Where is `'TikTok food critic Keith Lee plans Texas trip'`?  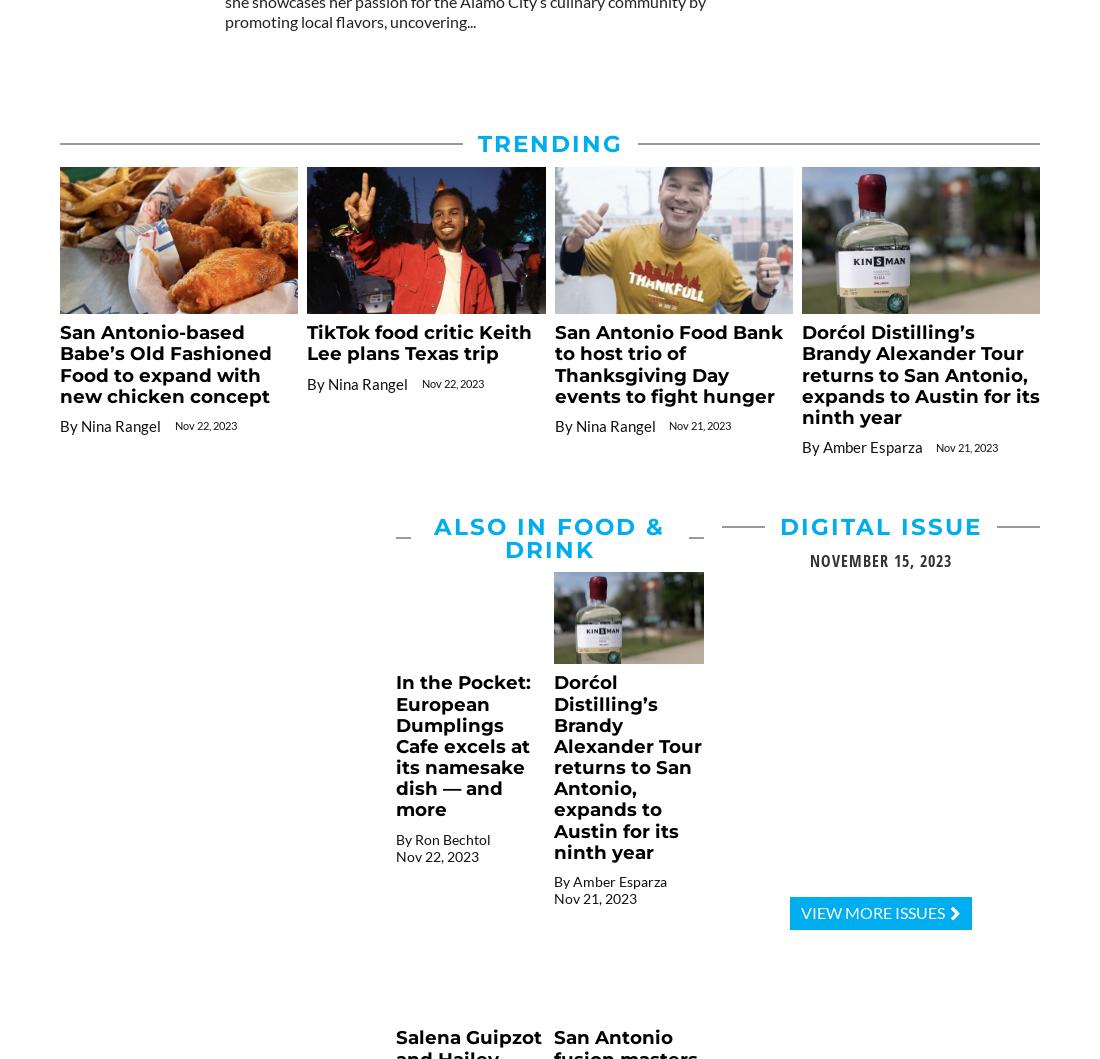 'TikTok food critic Keith Lee plans Texas trip' is located at coordinates (418, 342).